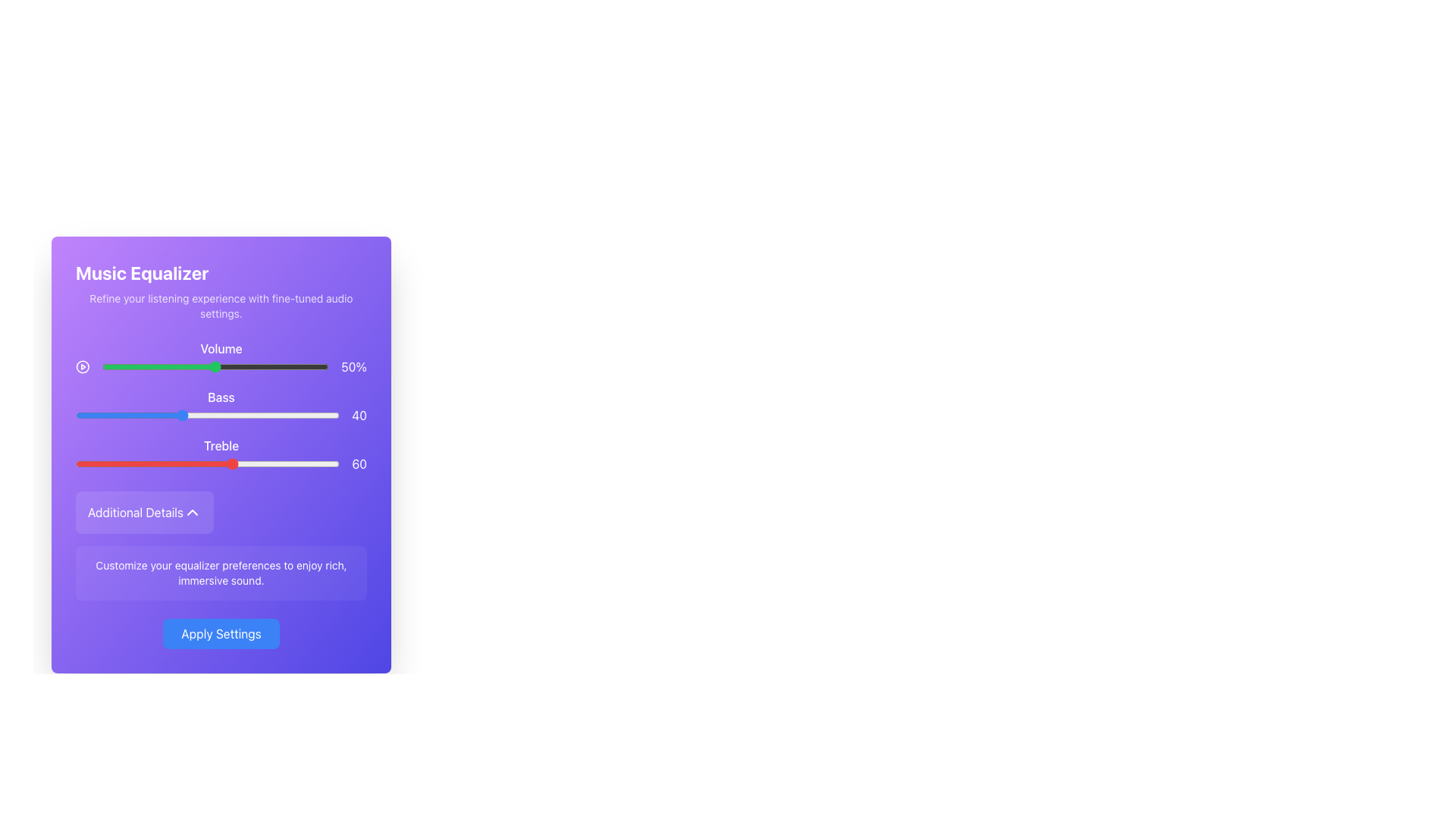 This screenshot has width=1456, height=819. I want to click on the volume, so click(210, 366).